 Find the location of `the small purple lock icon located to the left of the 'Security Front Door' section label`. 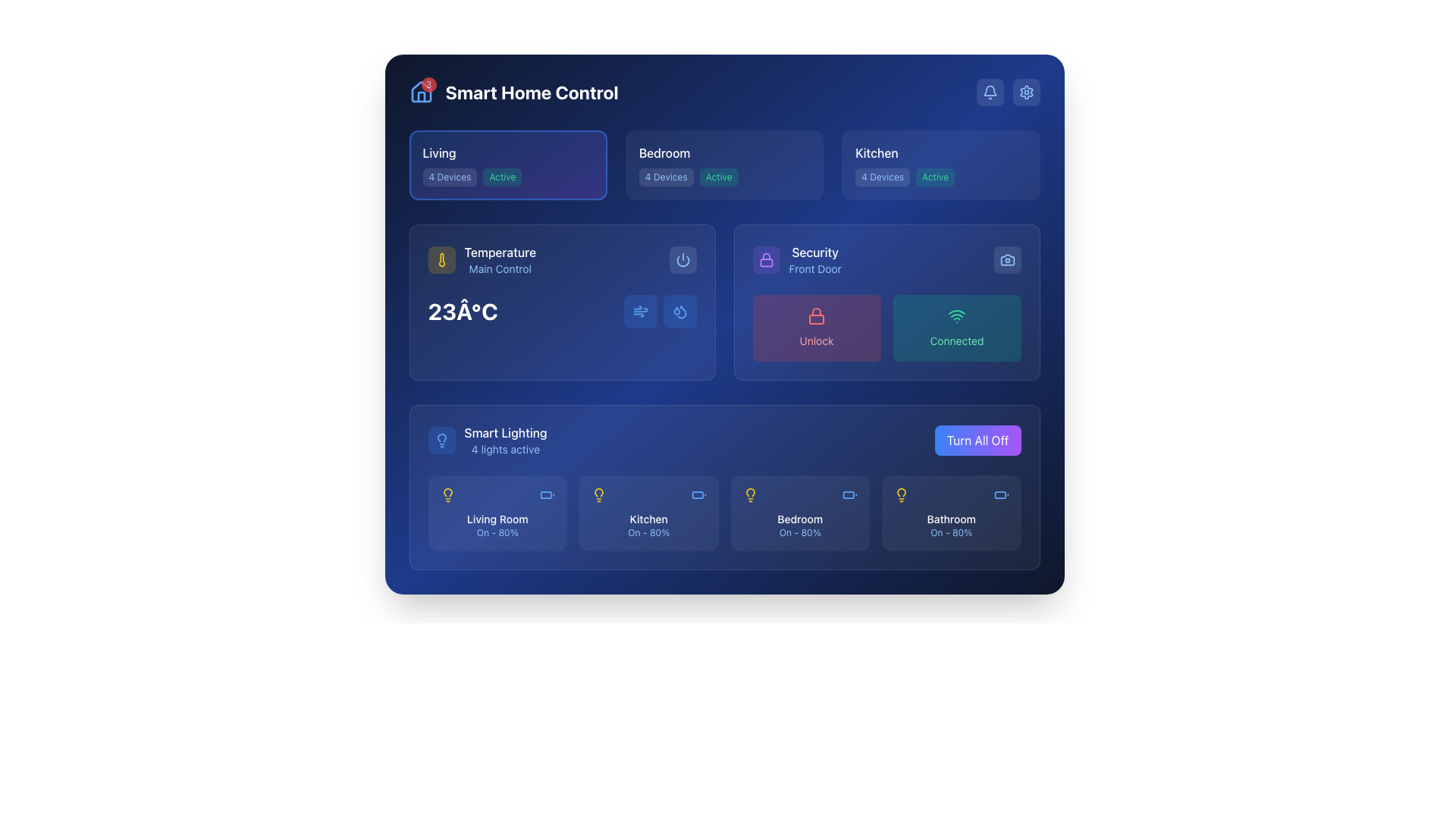

the small purple lock icon located to the left of the 'Security Front Door' section label is located at coordinates (766, 259).